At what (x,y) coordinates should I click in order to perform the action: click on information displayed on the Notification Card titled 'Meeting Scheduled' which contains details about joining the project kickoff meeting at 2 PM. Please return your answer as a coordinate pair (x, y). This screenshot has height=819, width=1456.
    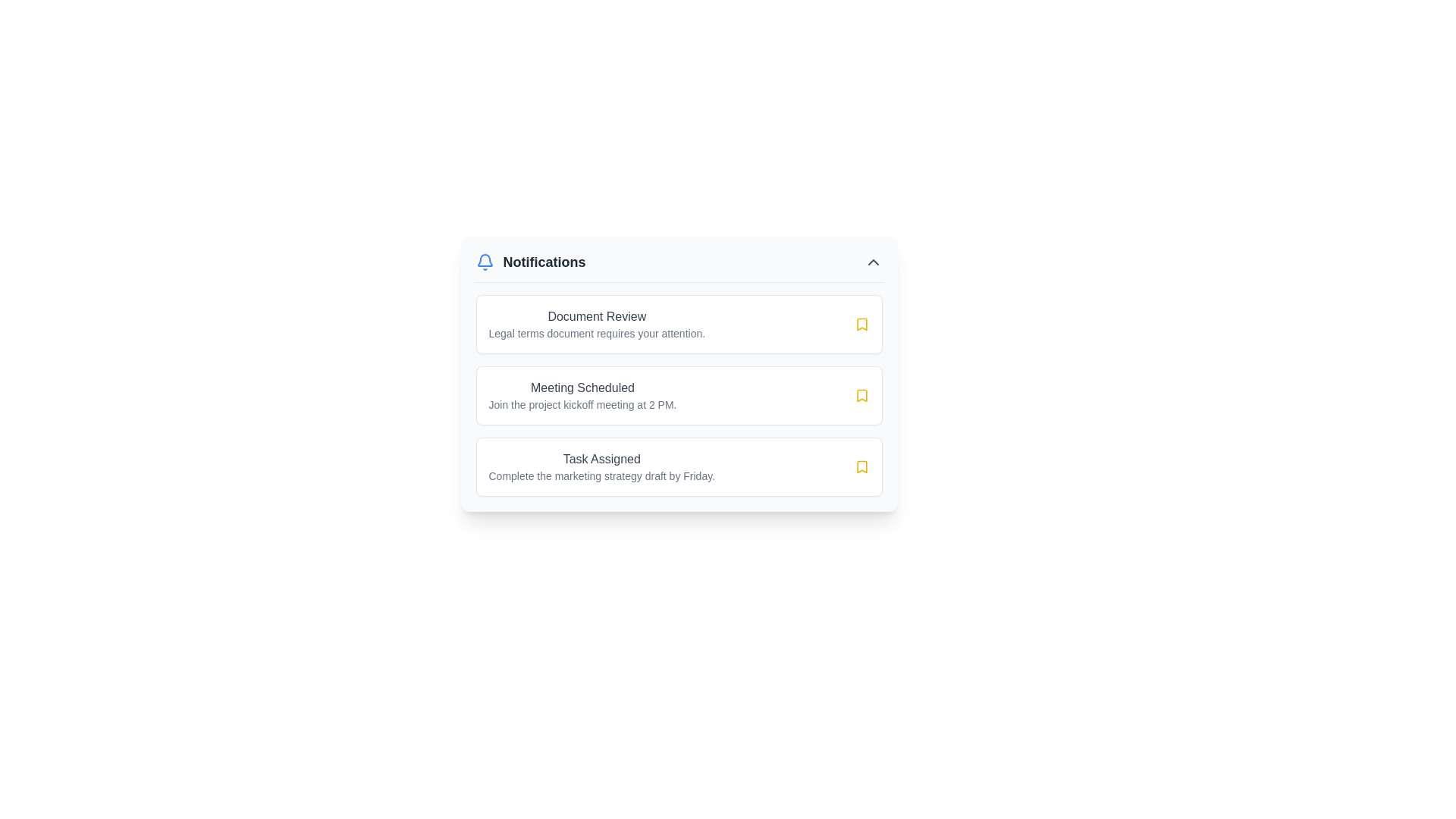
    Looking at the image, I should click on (582, 394).